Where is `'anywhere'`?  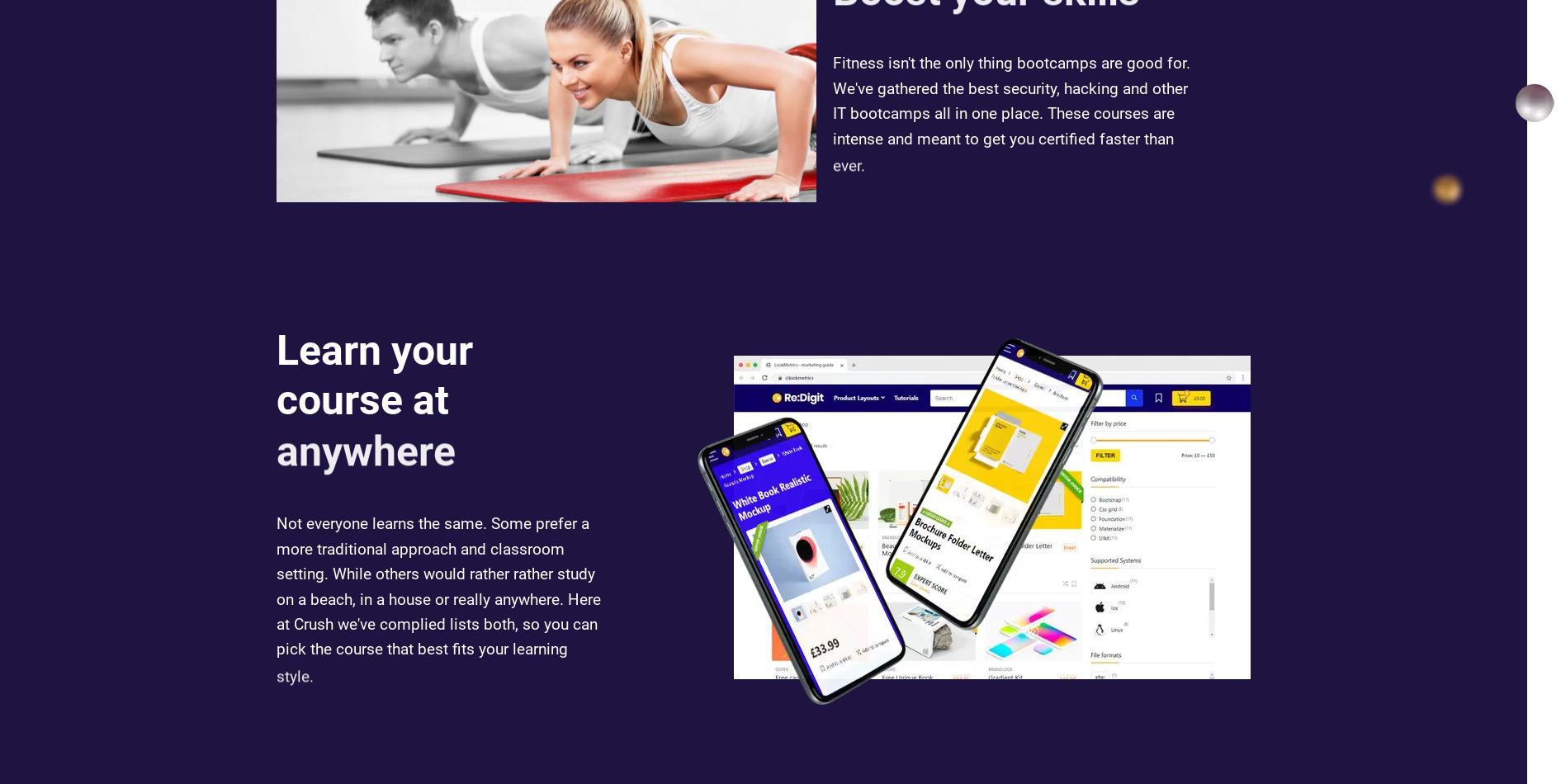 'anywhere' is located at coordinates (366, 475).